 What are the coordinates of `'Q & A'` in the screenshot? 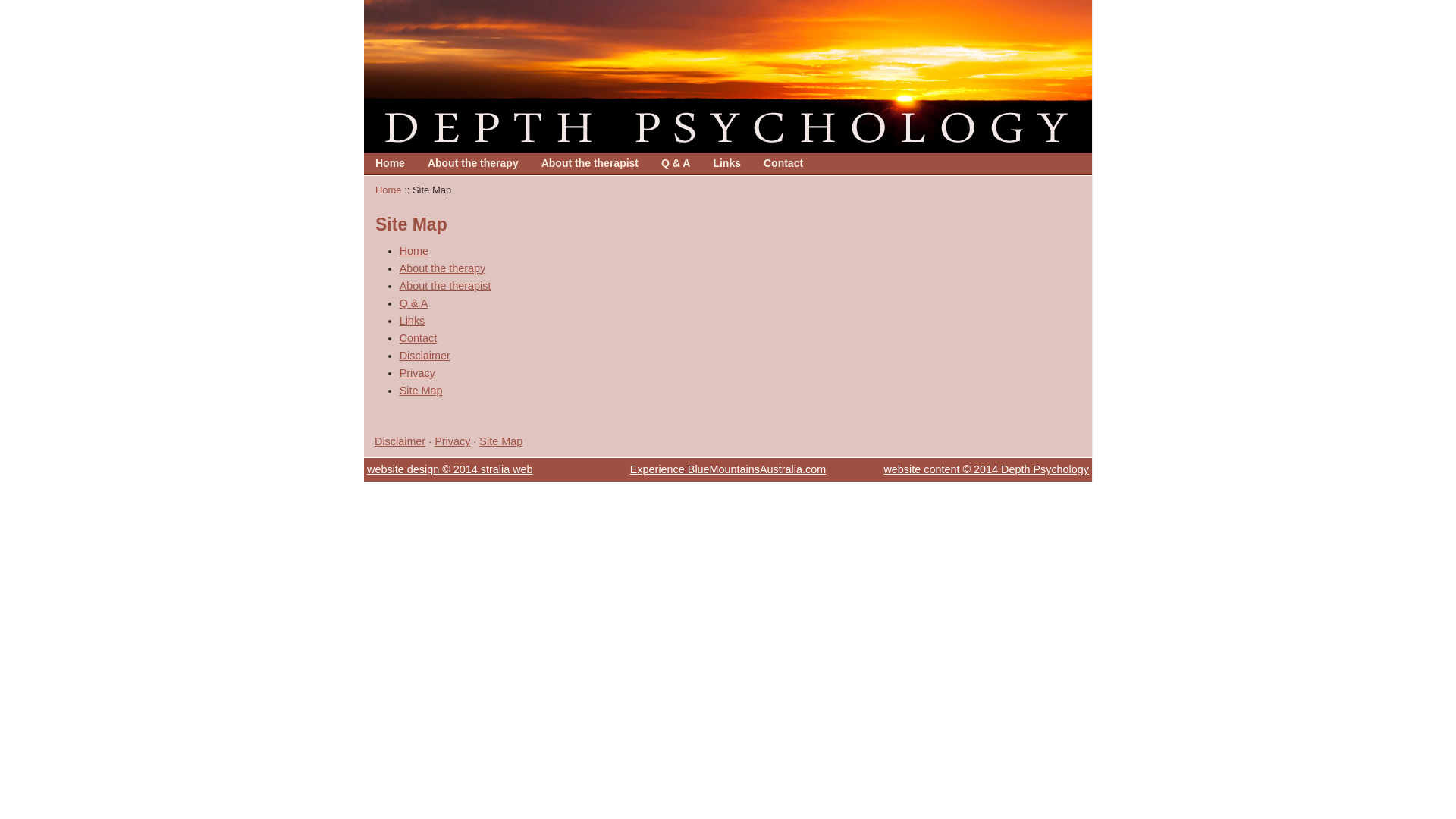 It's located at (675, 163).